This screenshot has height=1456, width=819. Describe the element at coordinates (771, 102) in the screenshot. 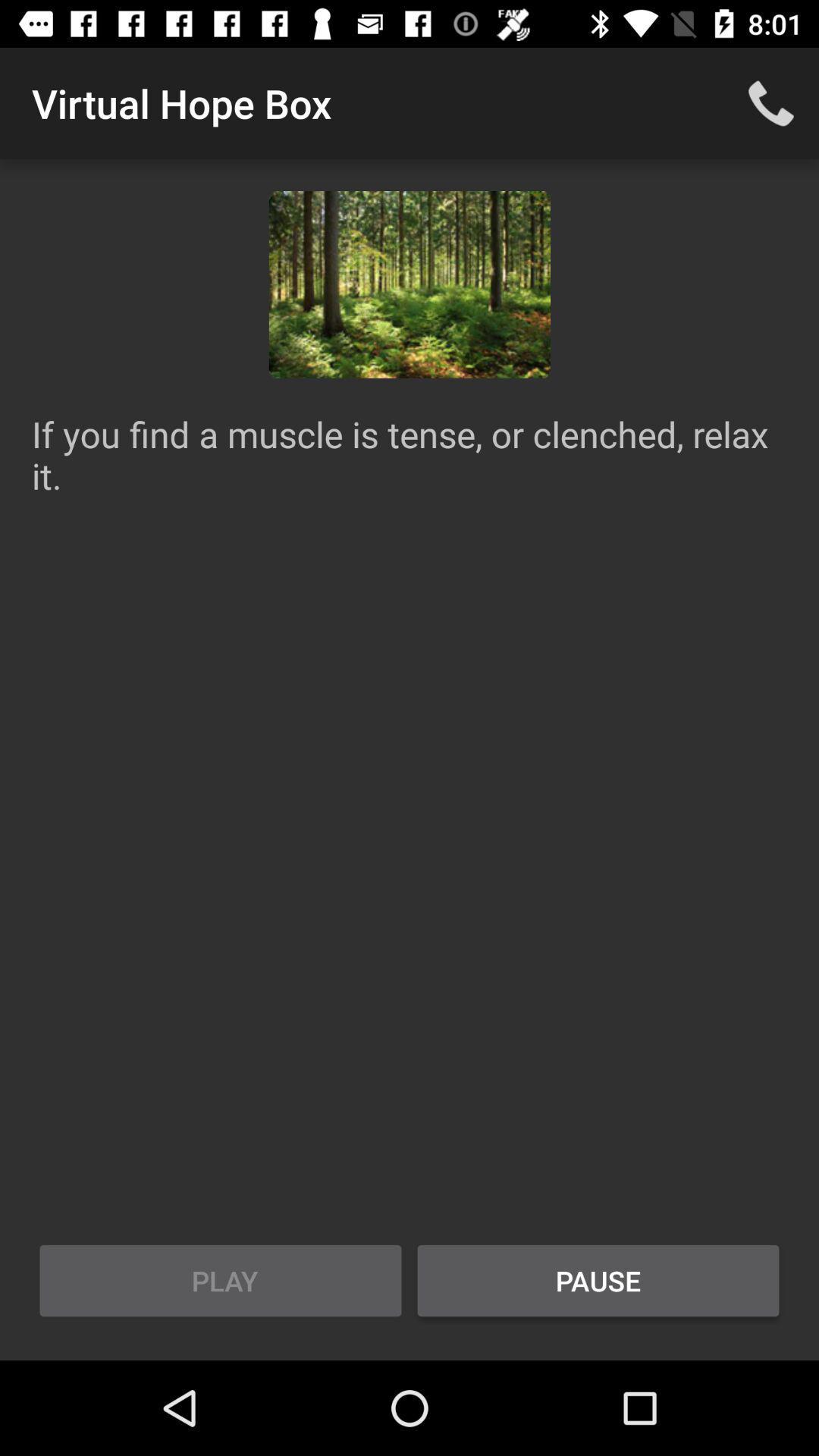

I see `icon at the top right corner` at that location.